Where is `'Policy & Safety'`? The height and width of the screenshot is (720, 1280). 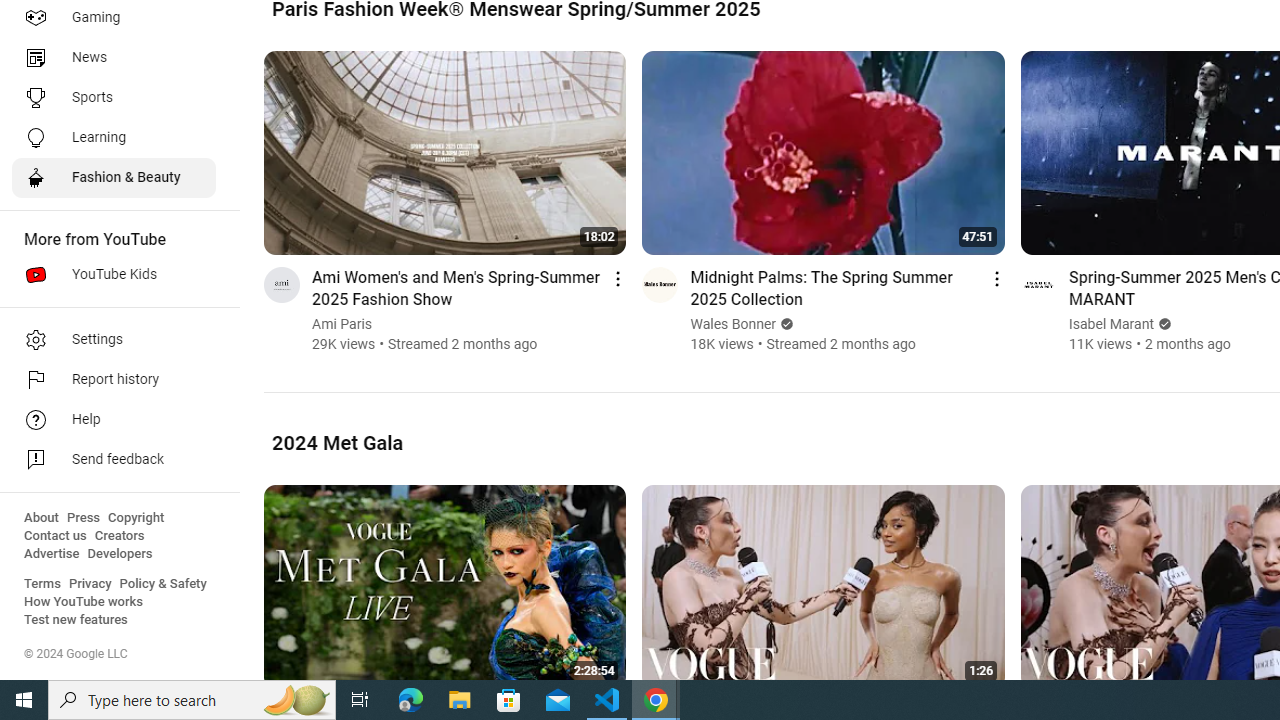 'Policy & Safety' is located at coordinates (163, 584).